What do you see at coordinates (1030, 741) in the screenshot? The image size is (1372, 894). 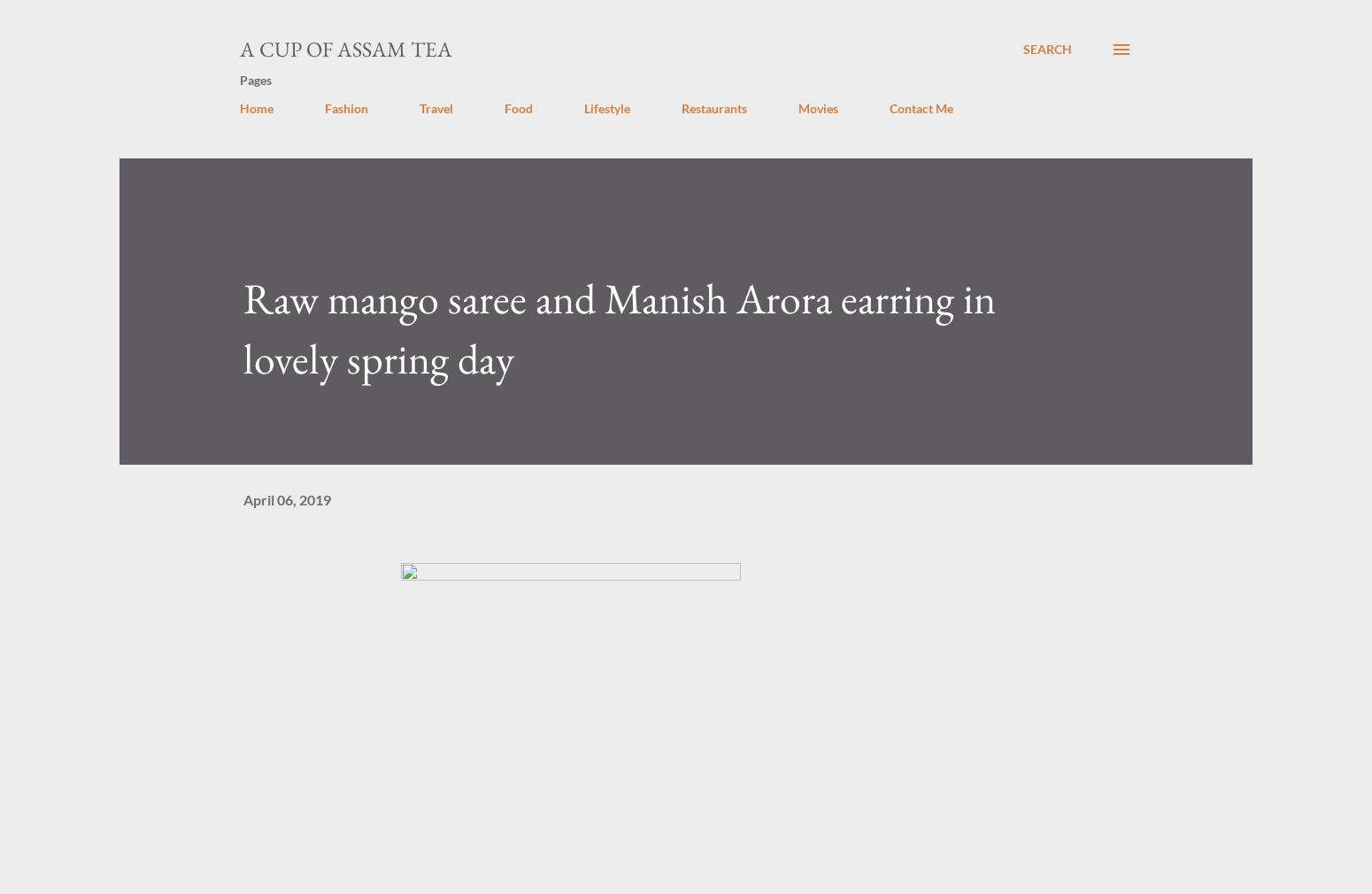 I see `'manisharora'` at bounding box center [1030, 741].